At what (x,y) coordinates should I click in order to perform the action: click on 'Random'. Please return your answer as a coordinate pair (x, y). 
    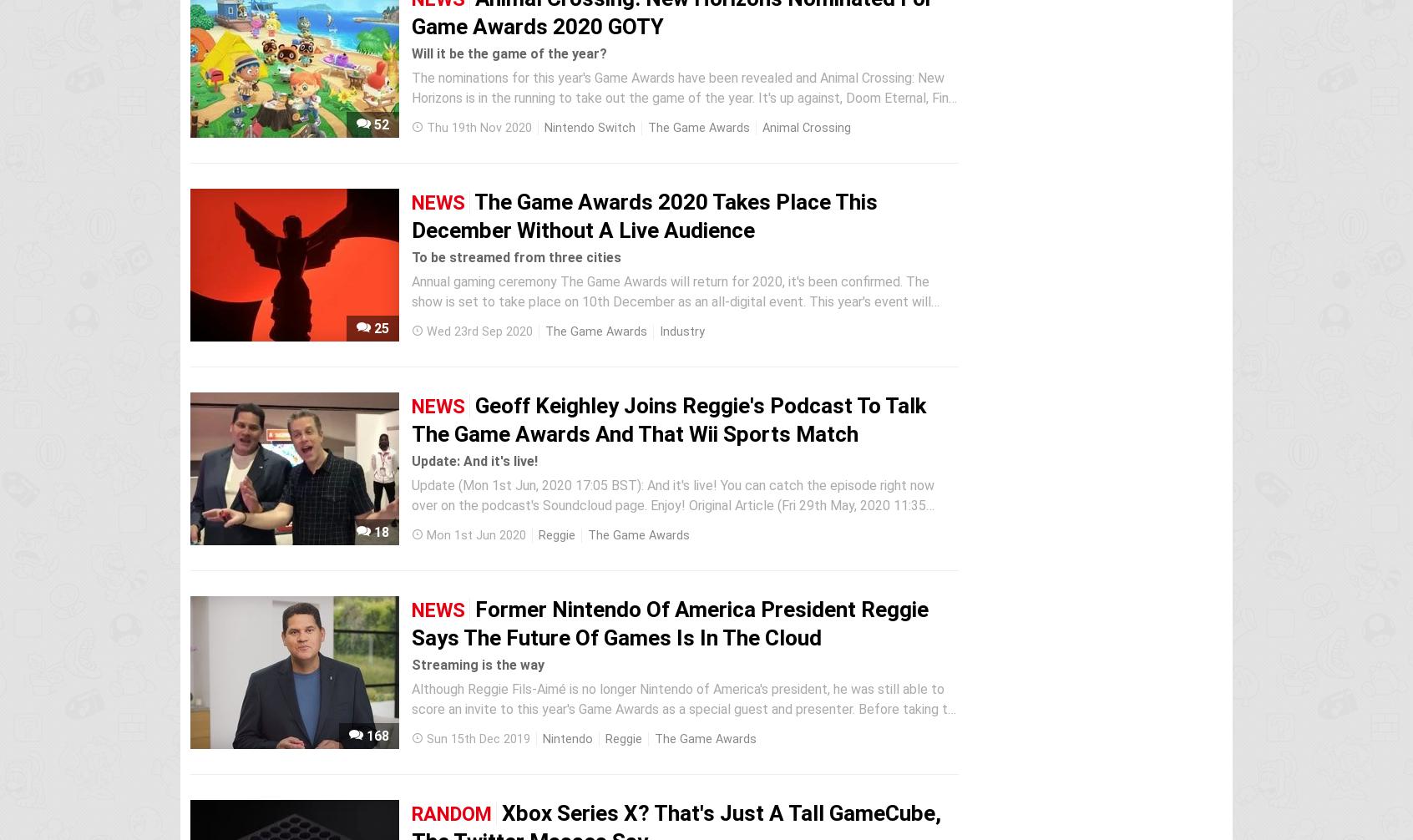
    Looking at the image, I should click on (451, 813).